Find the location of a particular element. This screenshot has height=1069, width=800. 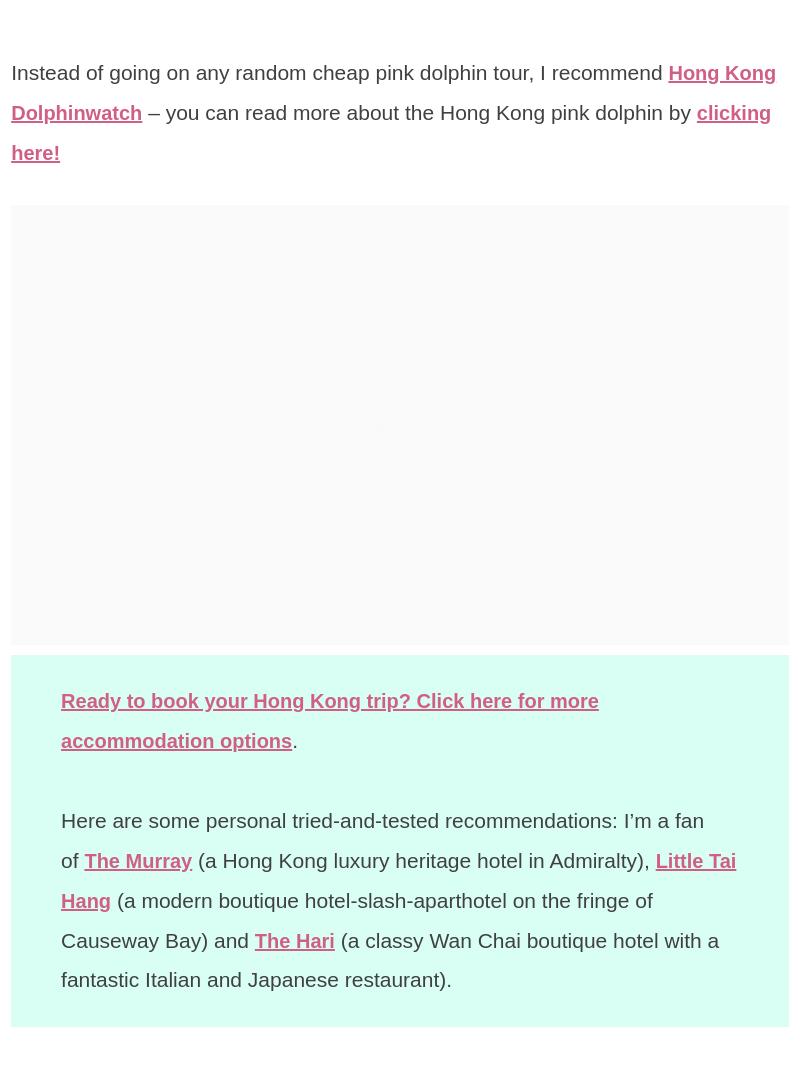

'.' is located at coordinates (305, 739).